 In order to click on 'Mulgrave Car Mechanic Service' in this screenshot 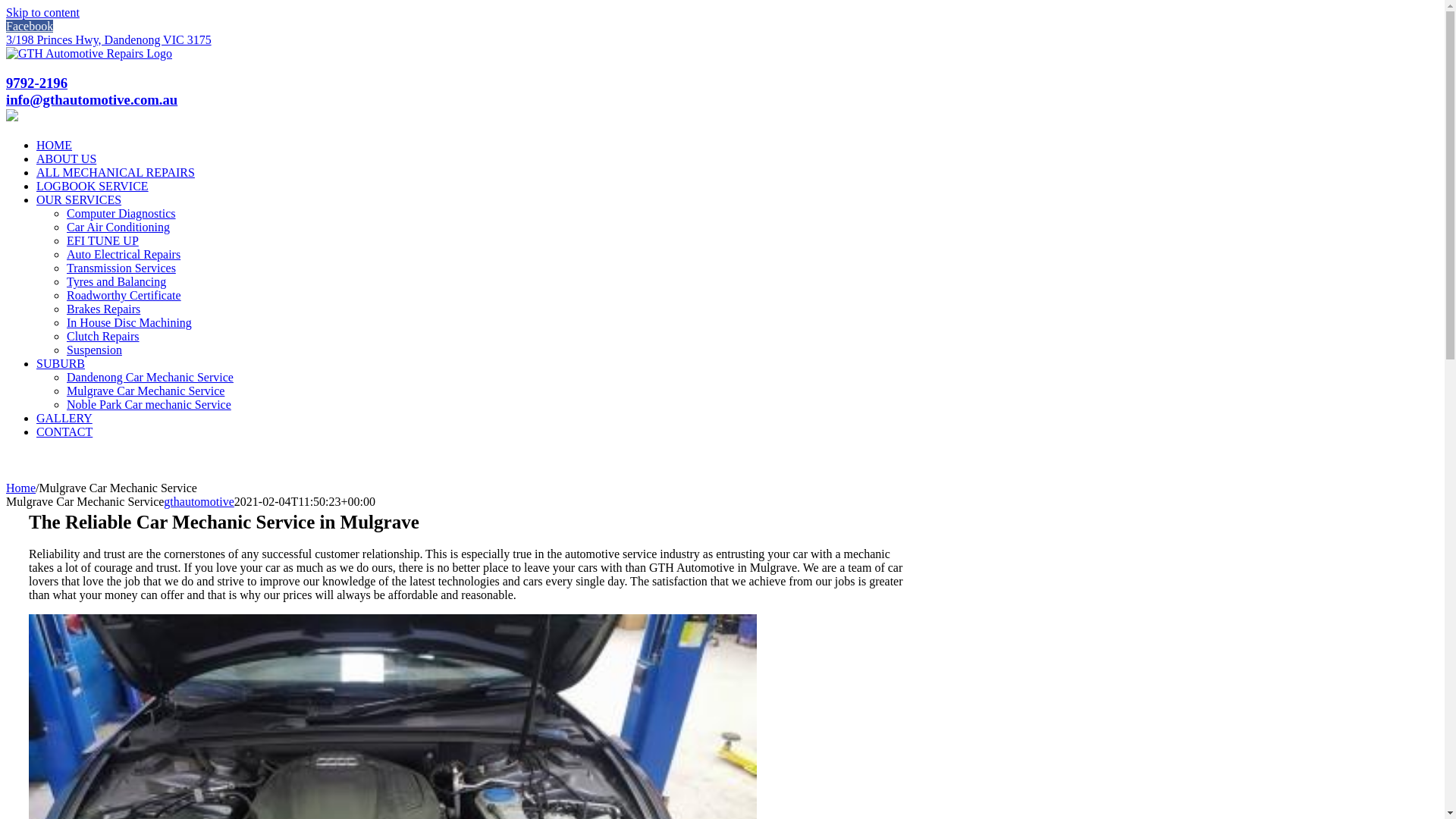, I will do `click(146, 390)`.